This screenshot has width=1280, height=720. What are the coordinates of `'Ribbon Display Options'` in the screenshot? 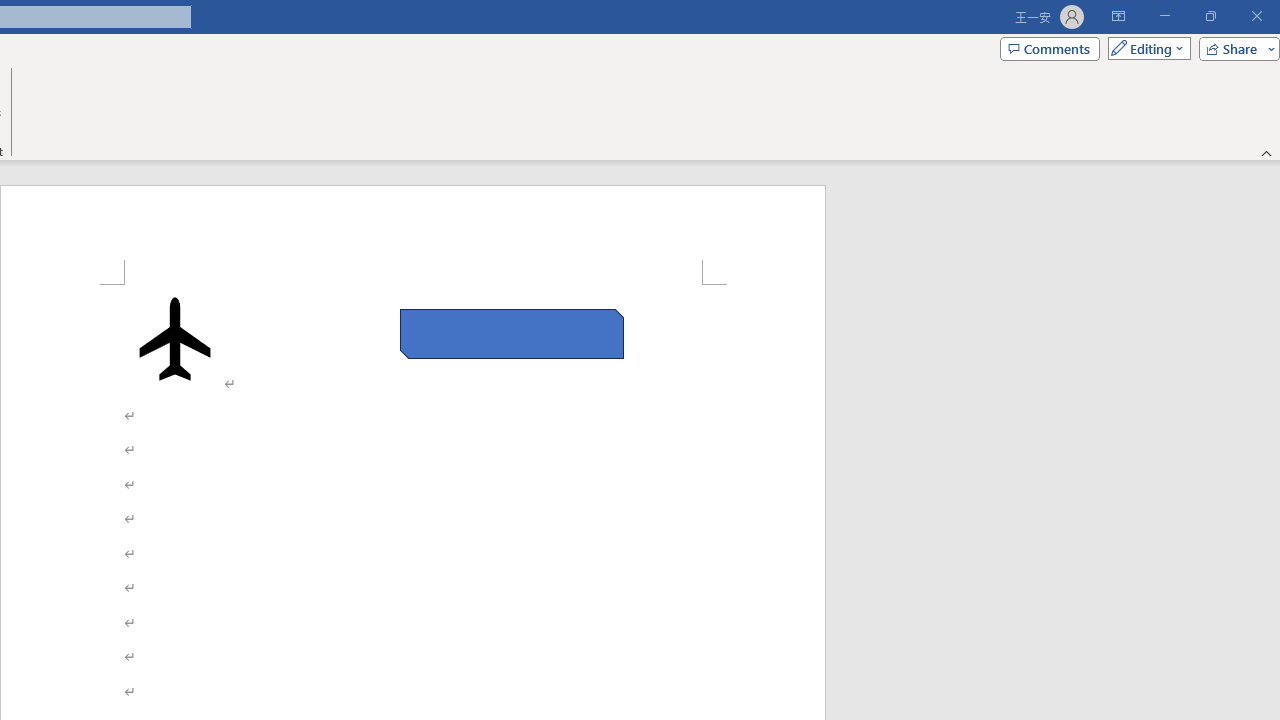 It's located at (1117, 16).